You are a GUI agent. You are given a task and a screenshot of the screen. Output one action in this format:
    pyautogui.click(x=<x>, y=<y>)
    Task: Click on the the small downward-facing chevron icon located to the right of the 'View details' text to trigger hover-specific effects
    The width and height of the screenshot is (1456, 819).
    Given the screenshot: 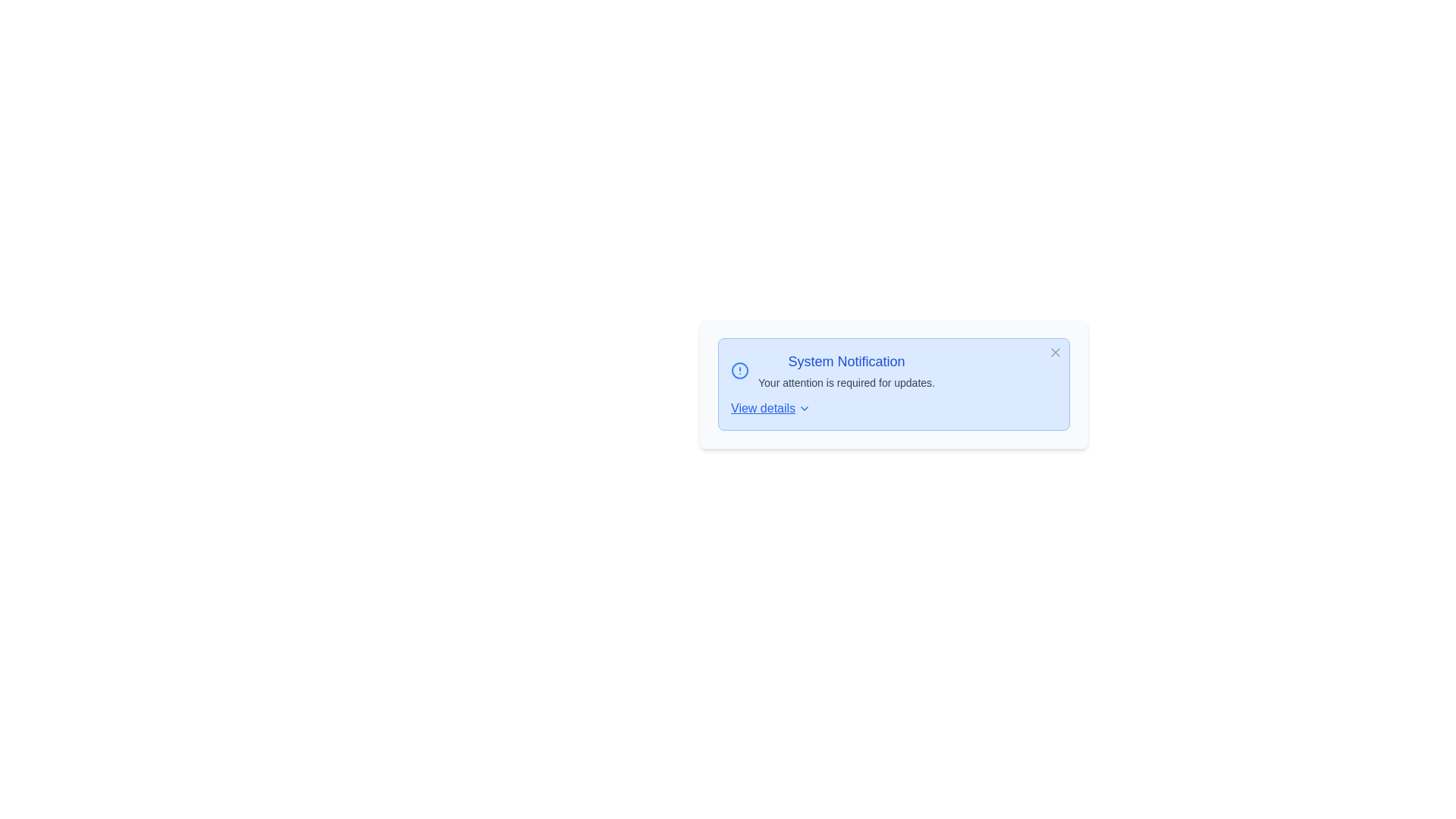 What is the action you would take?
    pyautogui.click(x=804, y=408)
    